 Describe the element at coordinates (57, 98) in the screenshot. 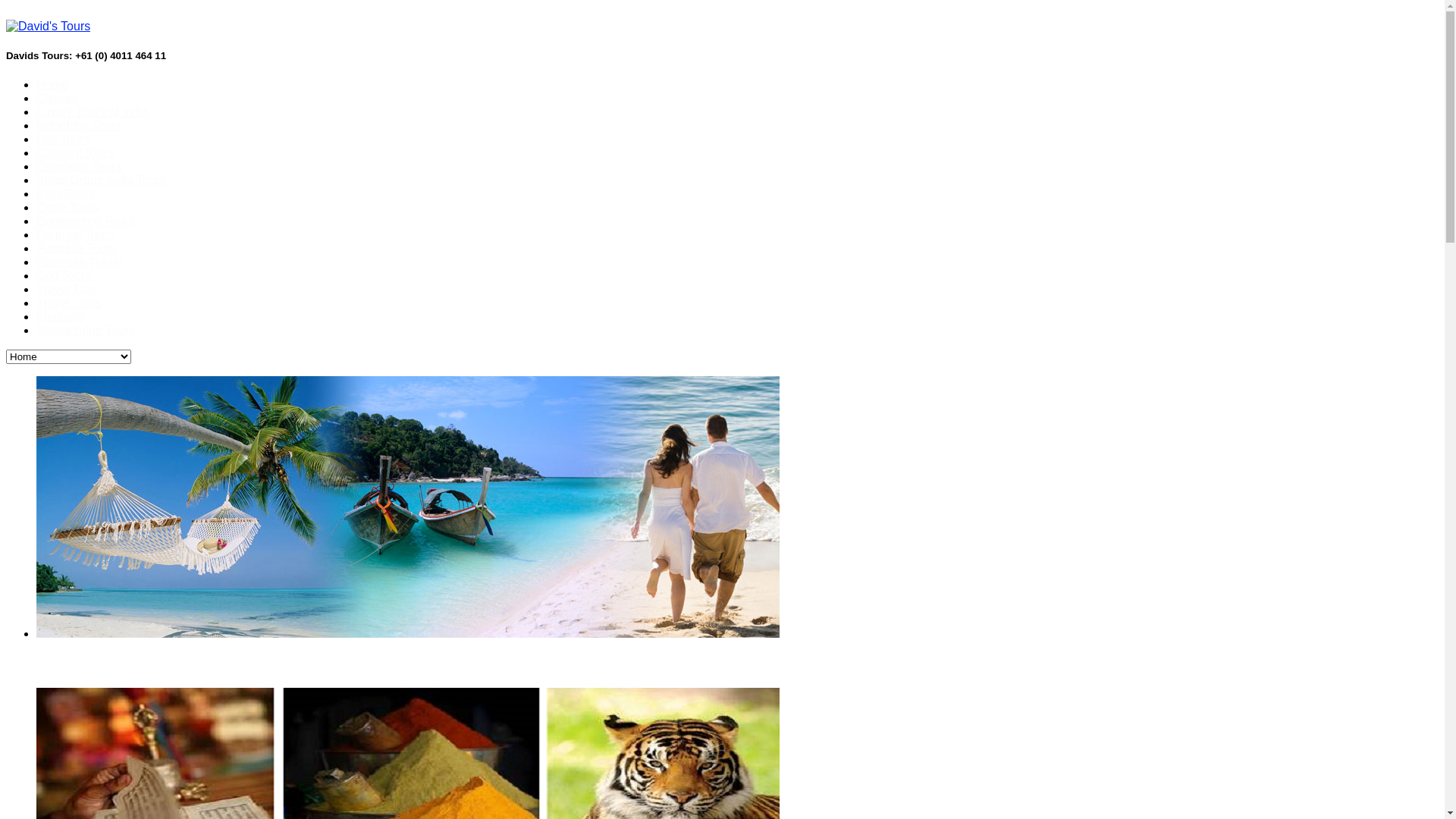

I see `'Cruises'` at that location.